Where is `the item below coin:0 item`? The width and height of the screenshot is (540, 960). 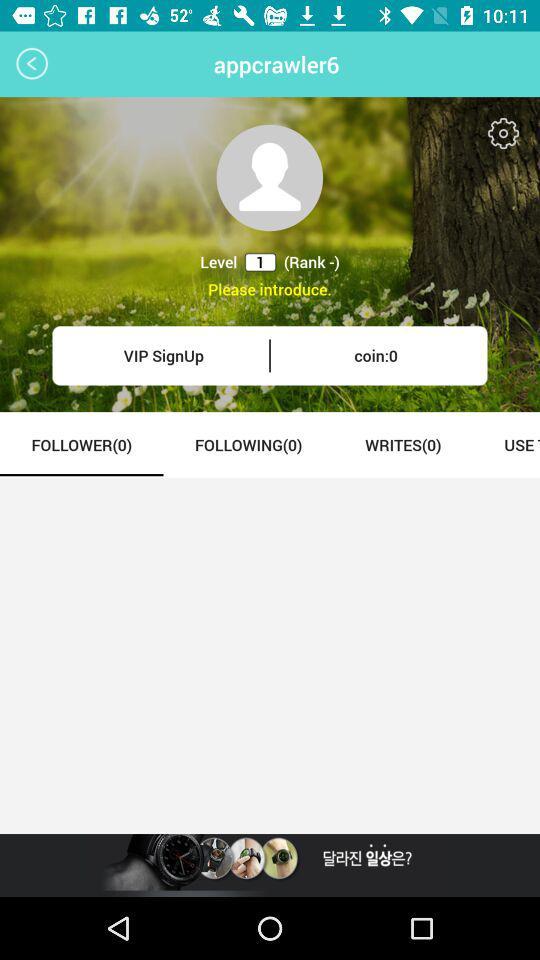
the item below coin:0 item is located at coordinates (403, 444).